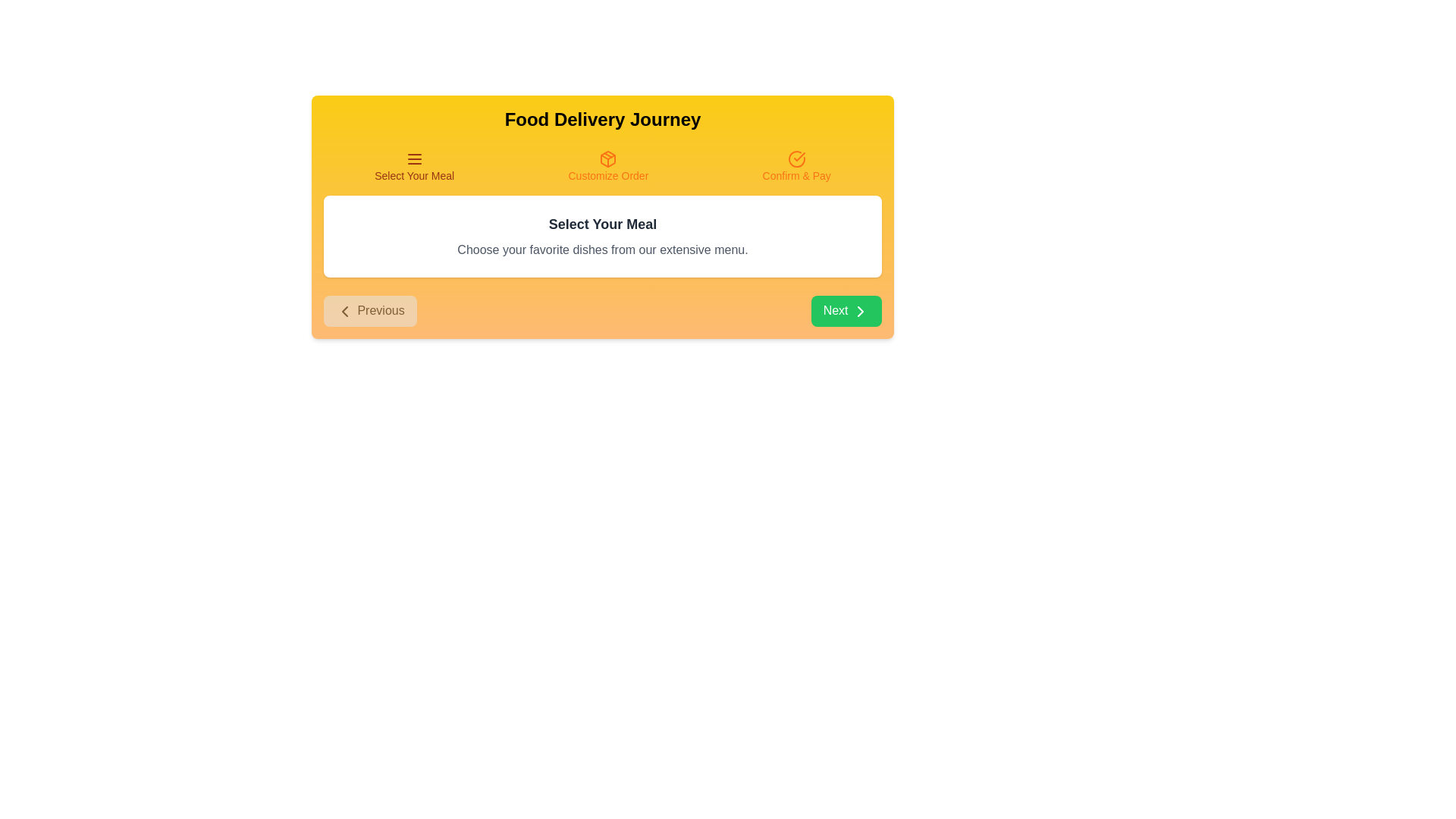  What do you see at coordinates (344, 309) in the screenshot?
I see `the chevron icon that serves as a visual indicator for backward navigation, located inside the 'Previous' button` at bounding box center [344, 309].